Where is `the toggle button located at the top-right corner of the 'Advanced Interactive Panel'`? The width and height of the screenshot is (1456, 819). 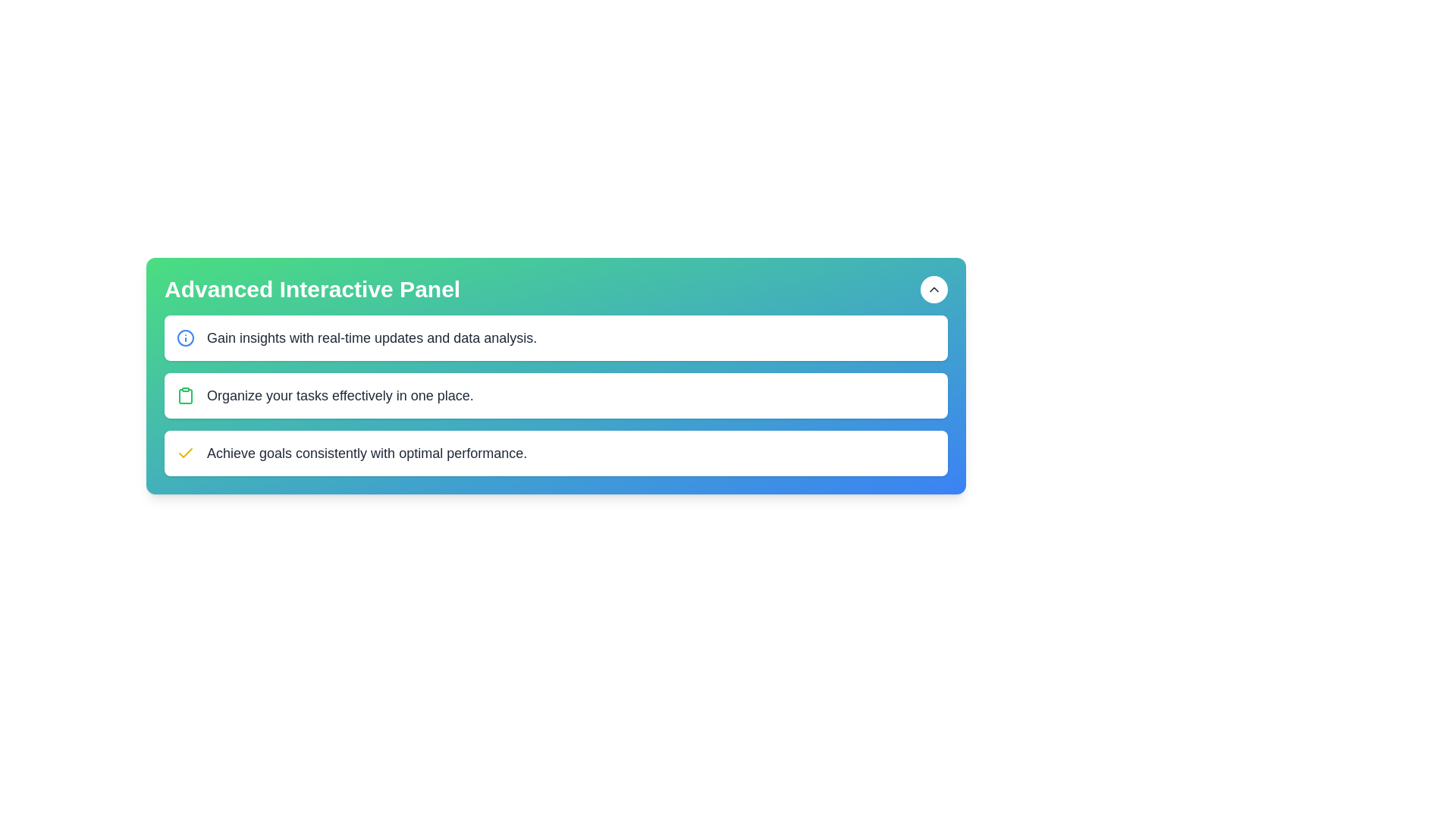
the toggle button located at the top-right corner of the 'Advanced Interactive Panel' is located at coordinates (934, 289).